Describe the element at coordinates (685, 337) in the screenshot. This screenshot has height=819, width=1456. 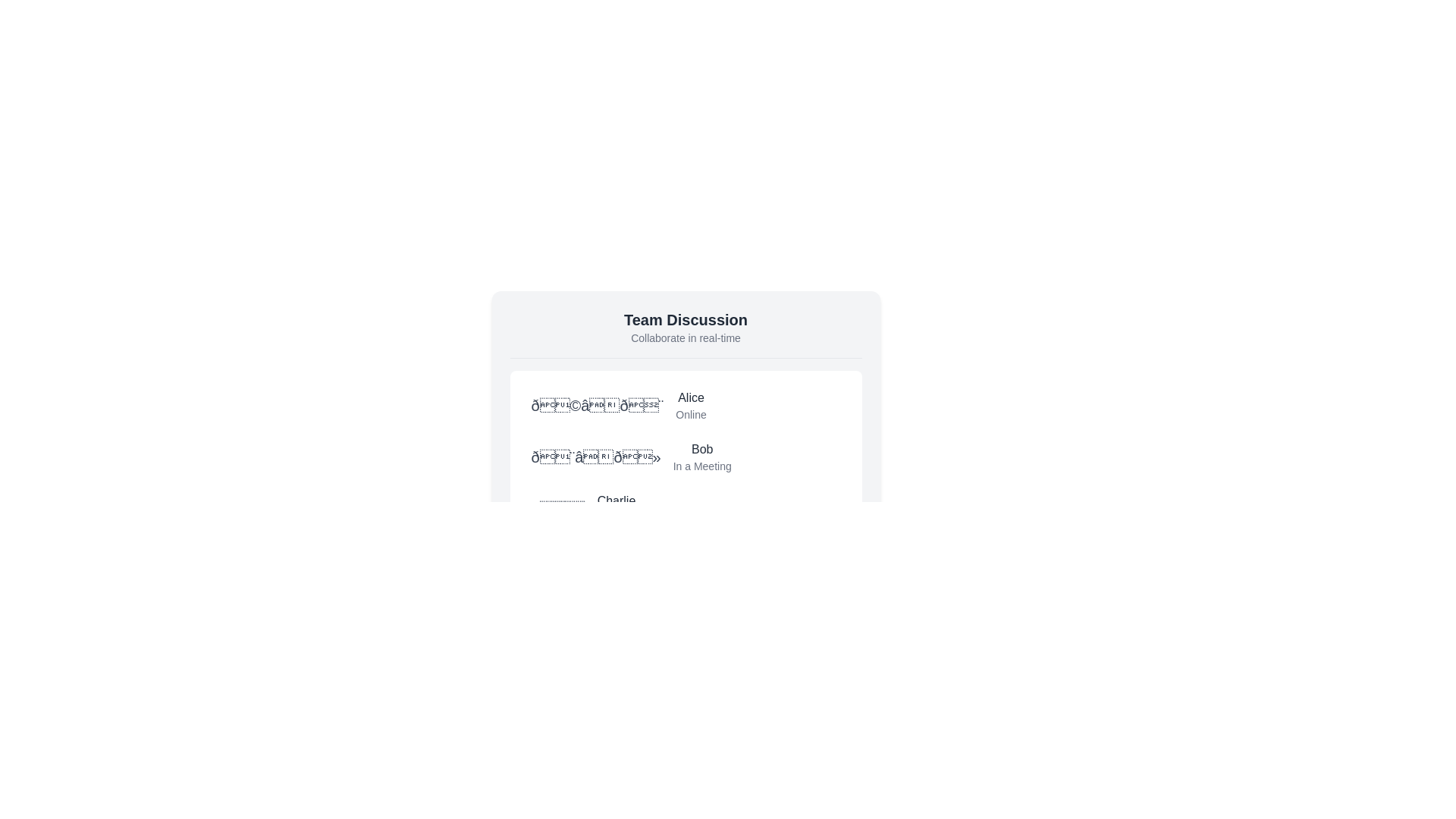
I see `the static text label displaying 'Collaborate in real-time', which is styled in a small gray font and positioned directly below the 'Team Discussion' heading` at that location.